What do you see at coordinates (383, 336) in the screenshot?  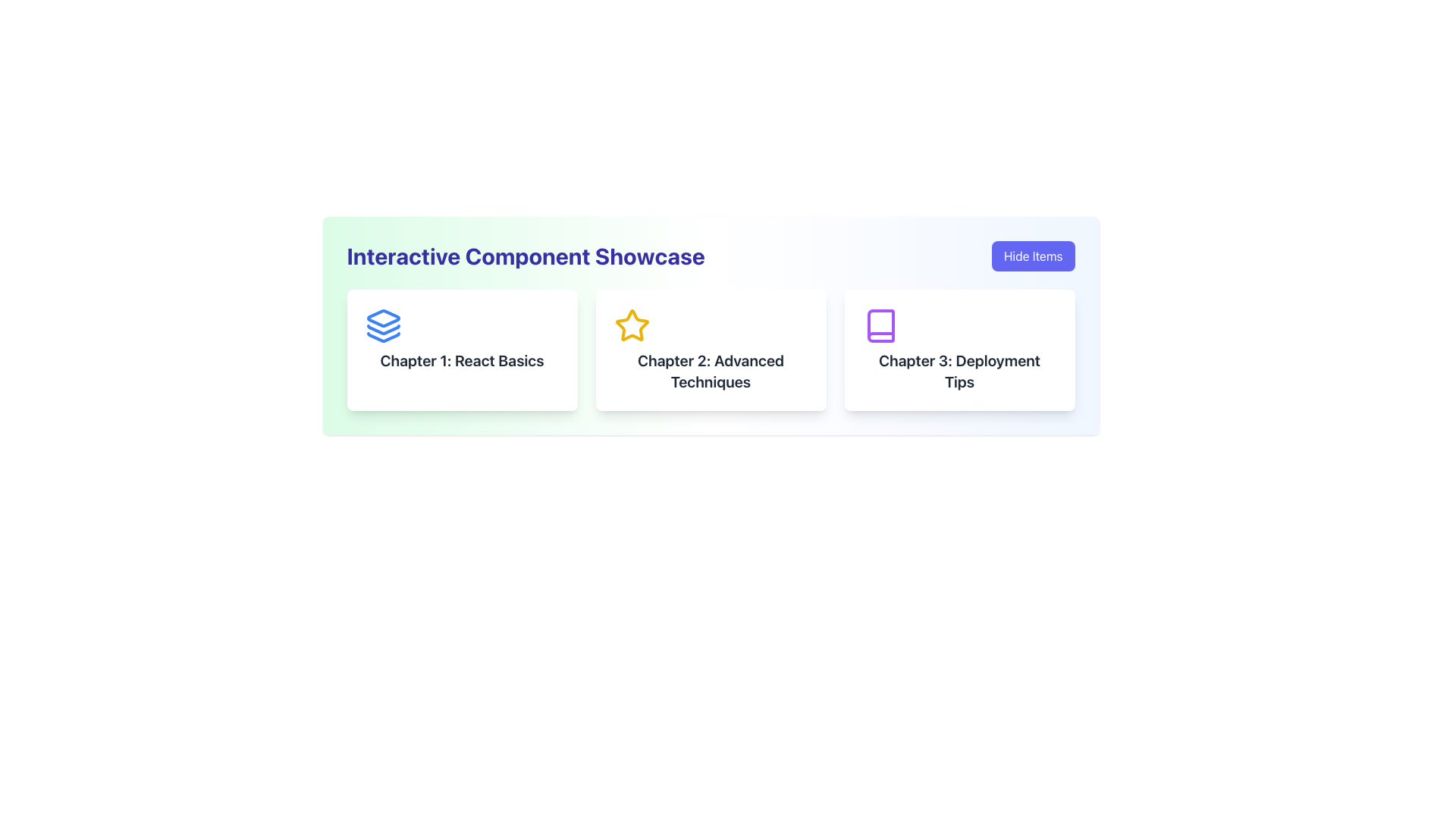 I see `the bottom-most graphical decorative element in the stacked design of the leftmost card labeled 'Chapter 1: React Basics'` at bounding box center [383, 336].